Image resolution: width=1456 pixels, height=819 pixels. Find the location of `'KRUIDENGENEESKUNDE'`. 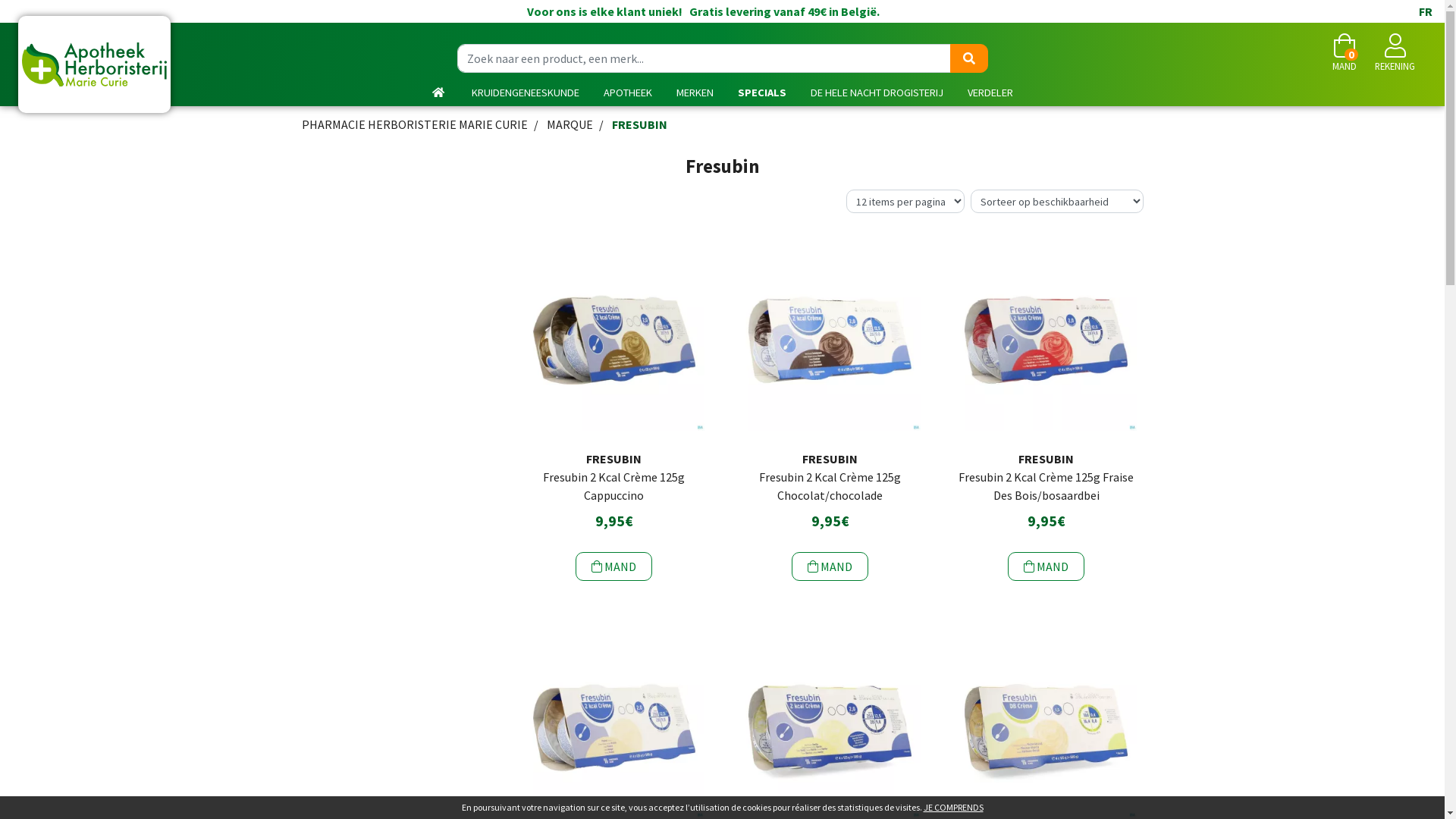

'KRUIDENGENEESKUNDE' is located at coordinates (525, 93).